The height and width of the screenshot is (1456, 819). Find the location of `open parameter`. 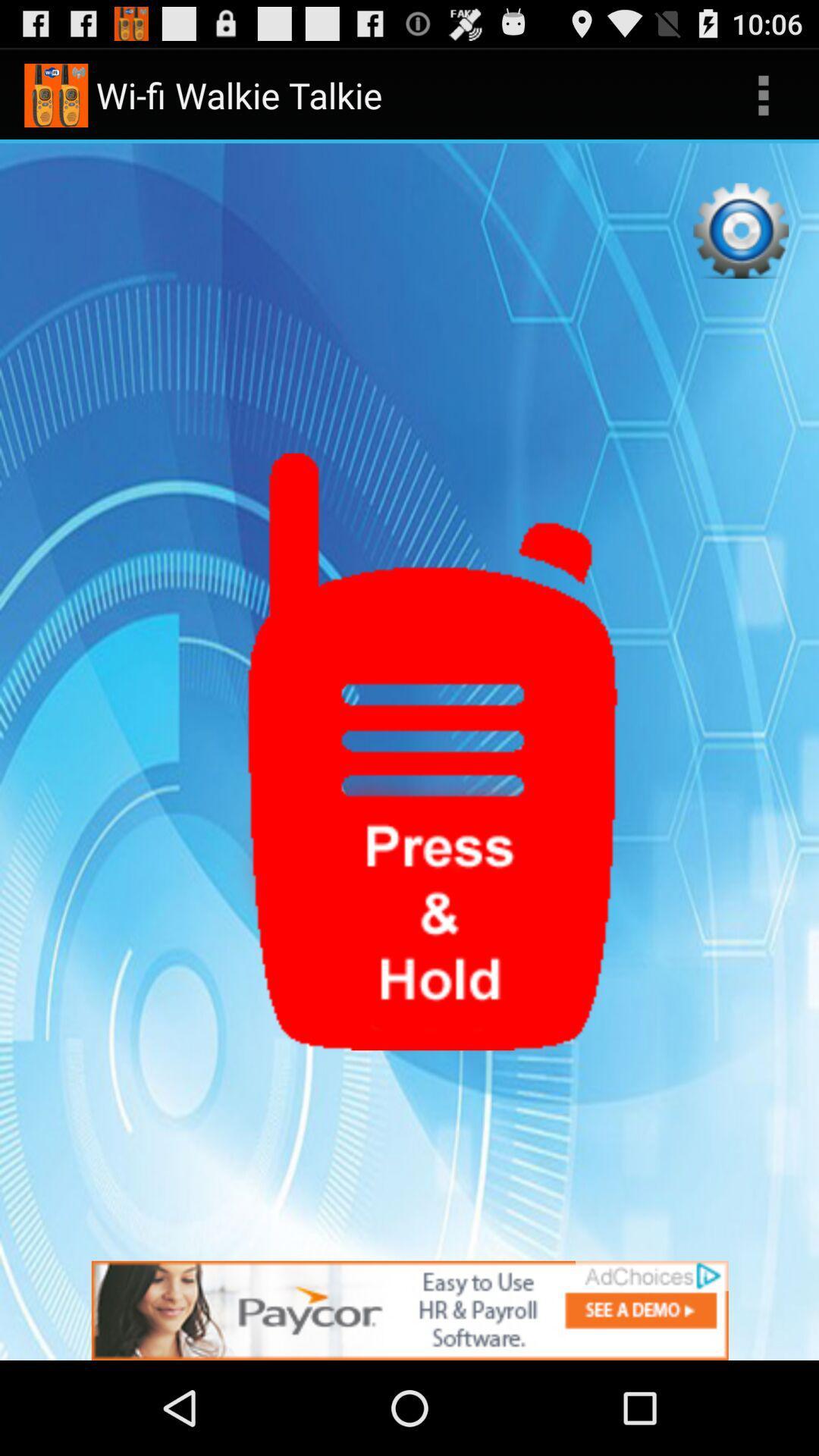

open parameter is located at coordinates (740, 230).